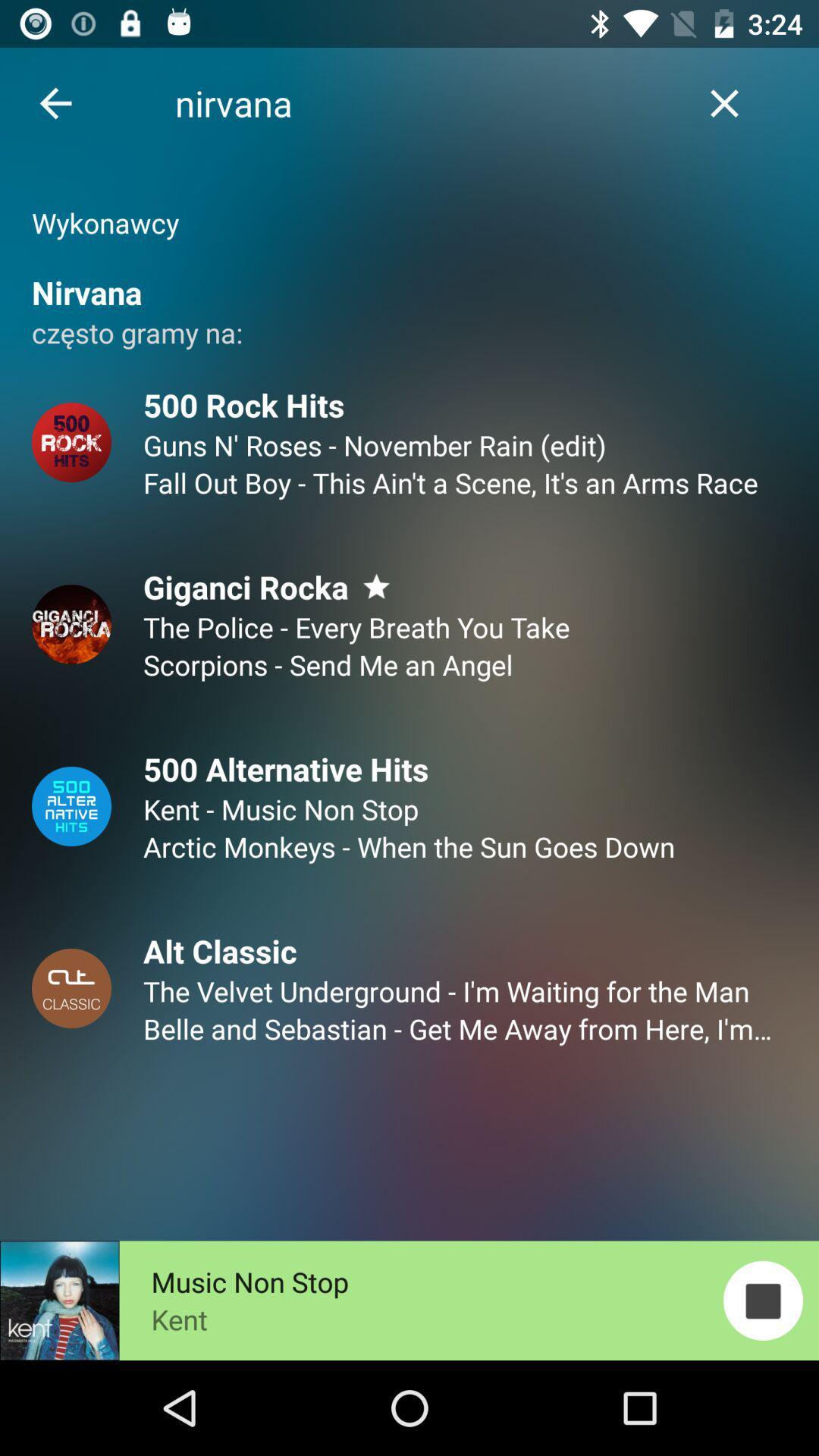 This screenshot has width=819, height=1456. I want to click on the item to the right of nirvana, so click(723, 102).